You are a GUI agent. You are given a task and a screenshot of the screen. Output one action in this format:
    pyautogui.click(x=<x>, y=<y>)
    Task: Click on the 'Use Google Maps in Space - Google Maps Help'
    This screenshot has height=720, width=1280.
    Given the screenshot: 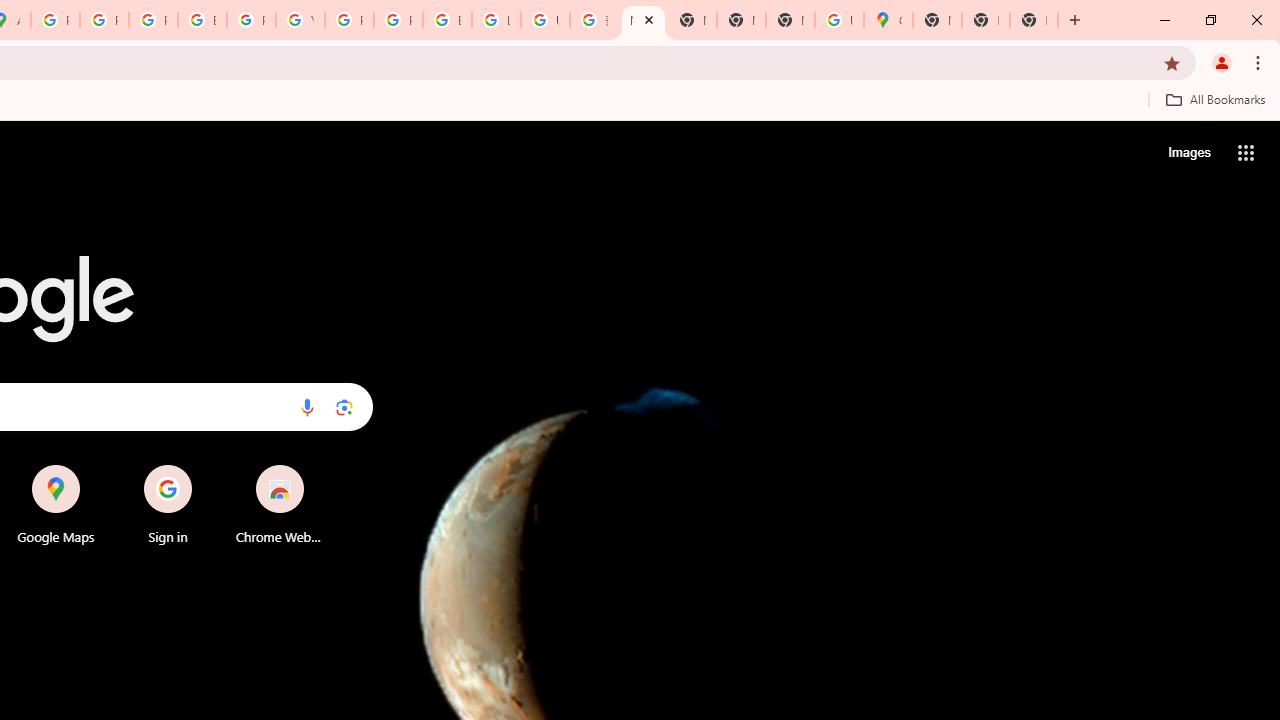 What is the action you would take?
    pyautogui.click(x=839, y=20)
    